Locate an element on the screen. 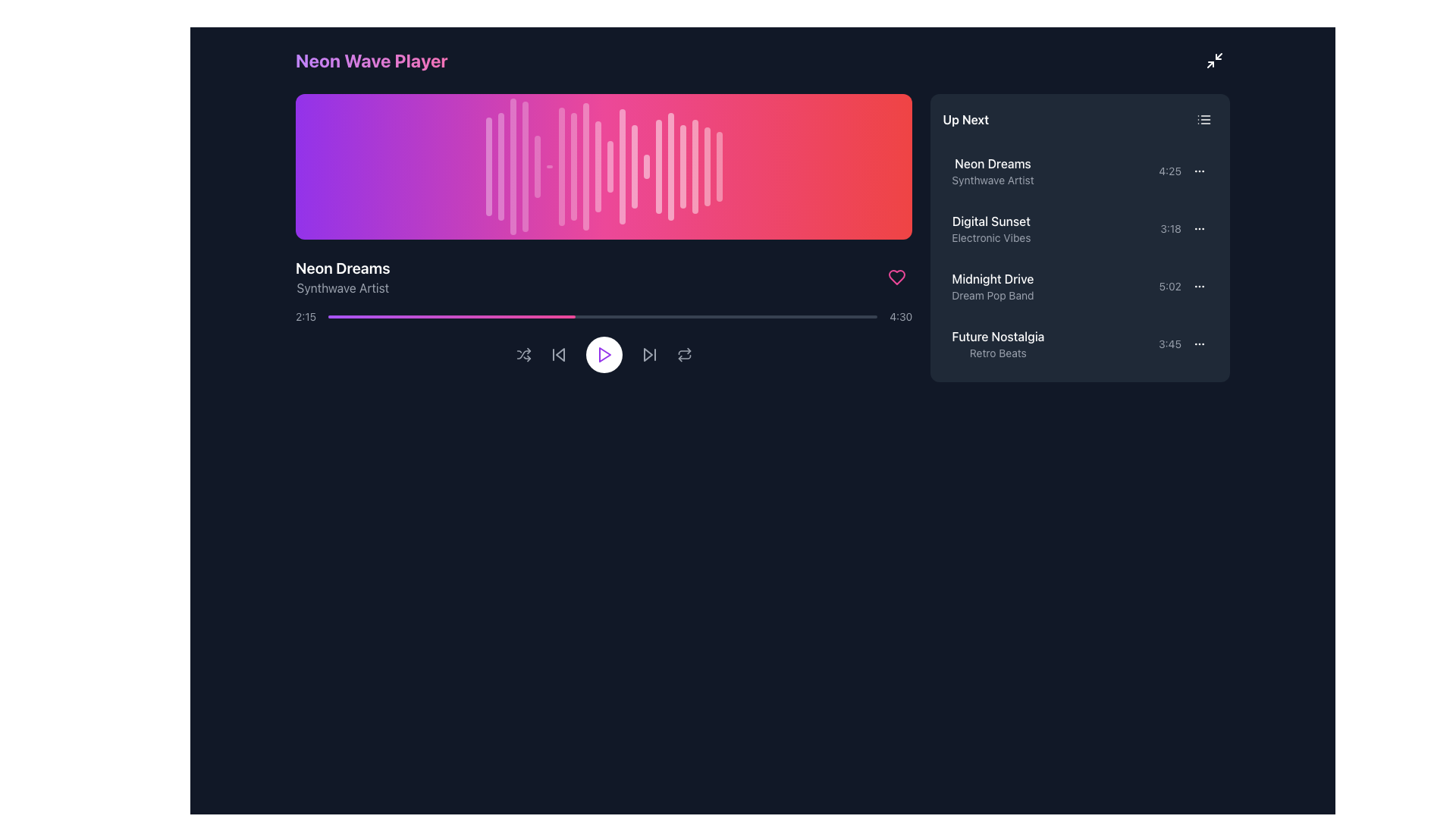 This screenshot has height=819, width=1456. the Text label displaying the duration of the 'Future Nostalgia' track in the 'Up Next' playlist, located towards the right side of the item's row is located at coordinates (1169, 344).